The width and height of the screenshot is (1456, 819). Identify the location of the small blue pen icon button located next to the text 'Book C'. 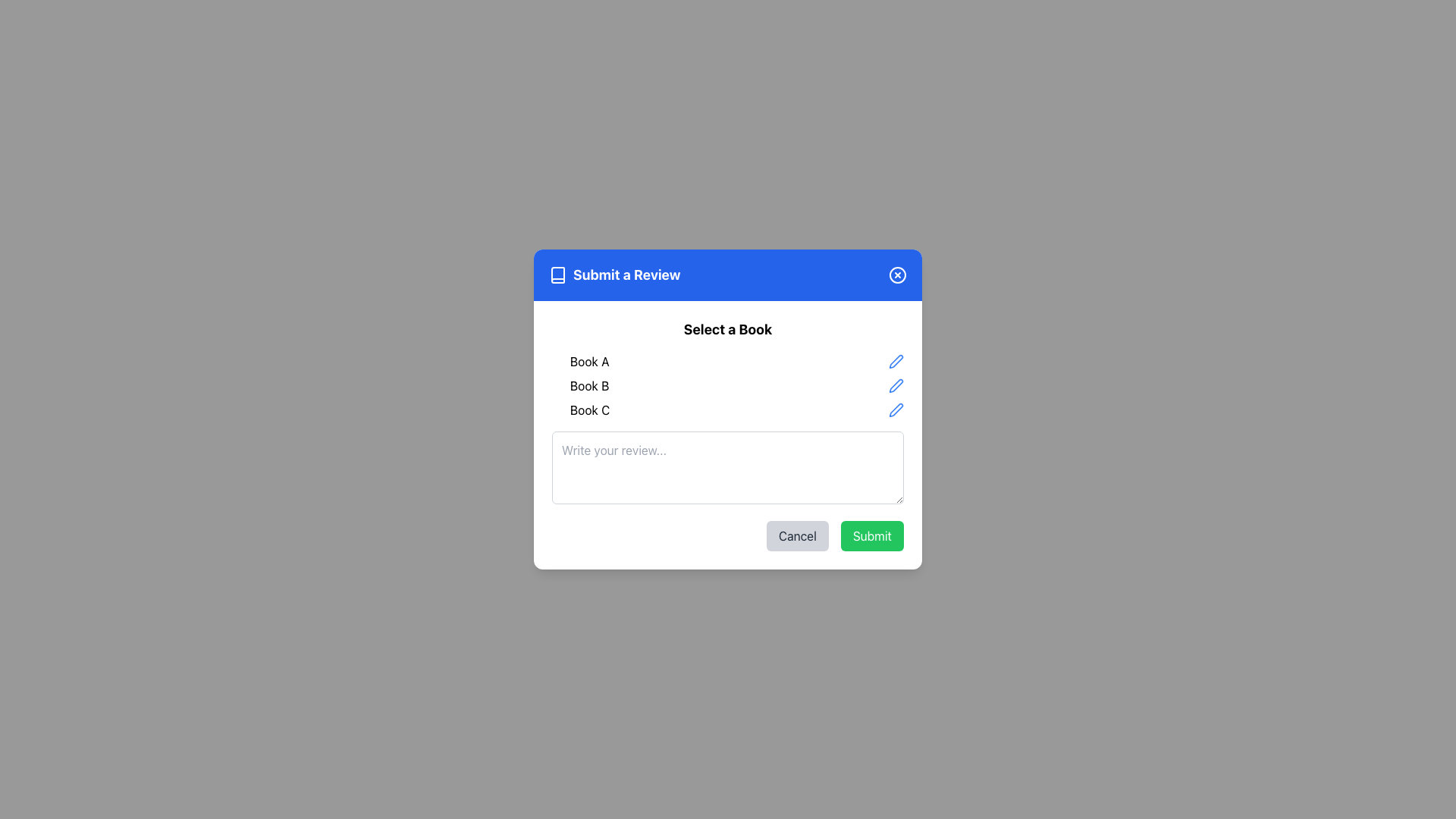
(896, 409).